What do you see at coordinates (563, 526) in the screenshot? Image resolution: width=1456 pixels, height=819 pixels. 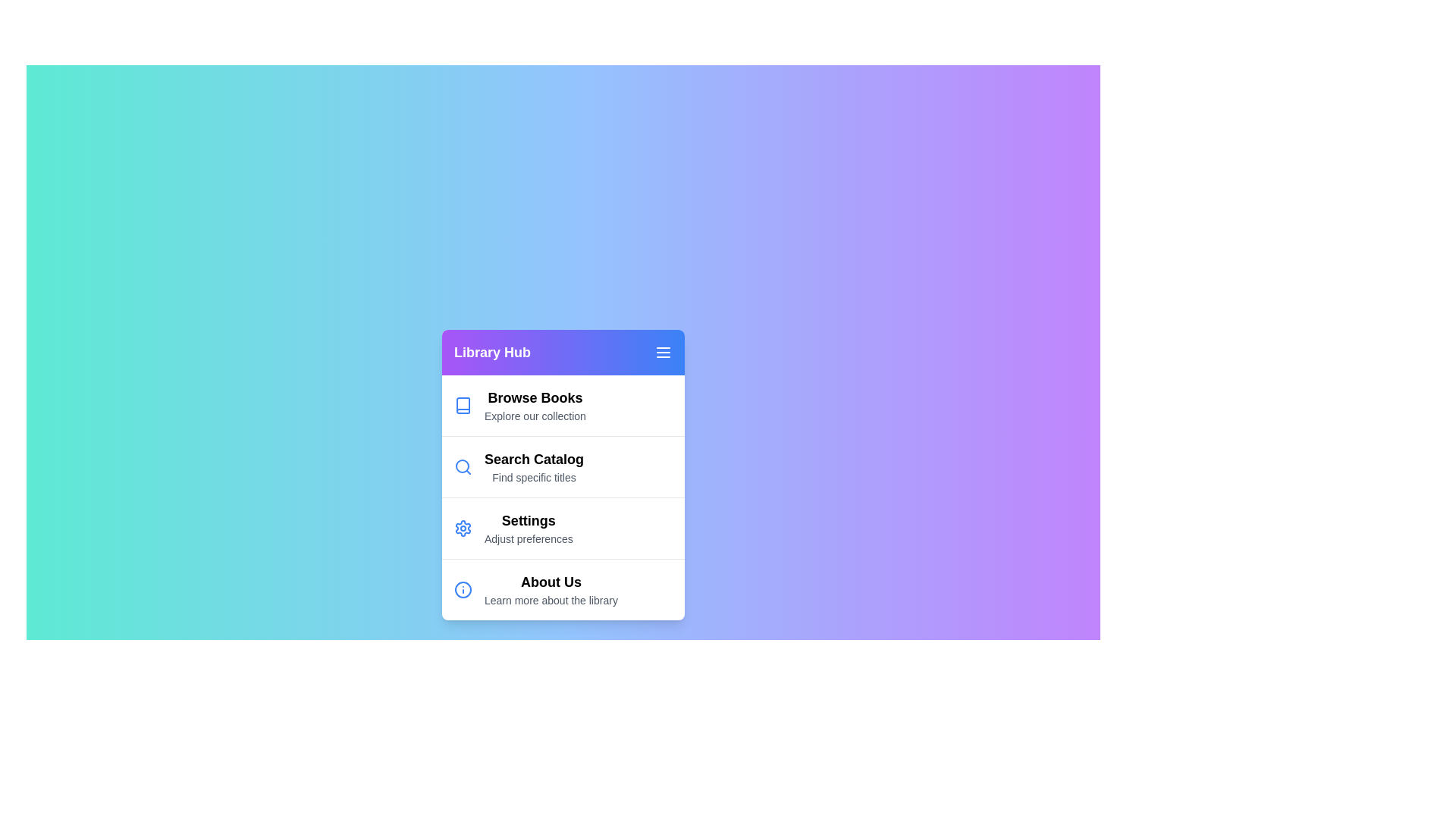 I see `the menu item labeled 'Settings' to highlight it` at bounding box center [563, 526].